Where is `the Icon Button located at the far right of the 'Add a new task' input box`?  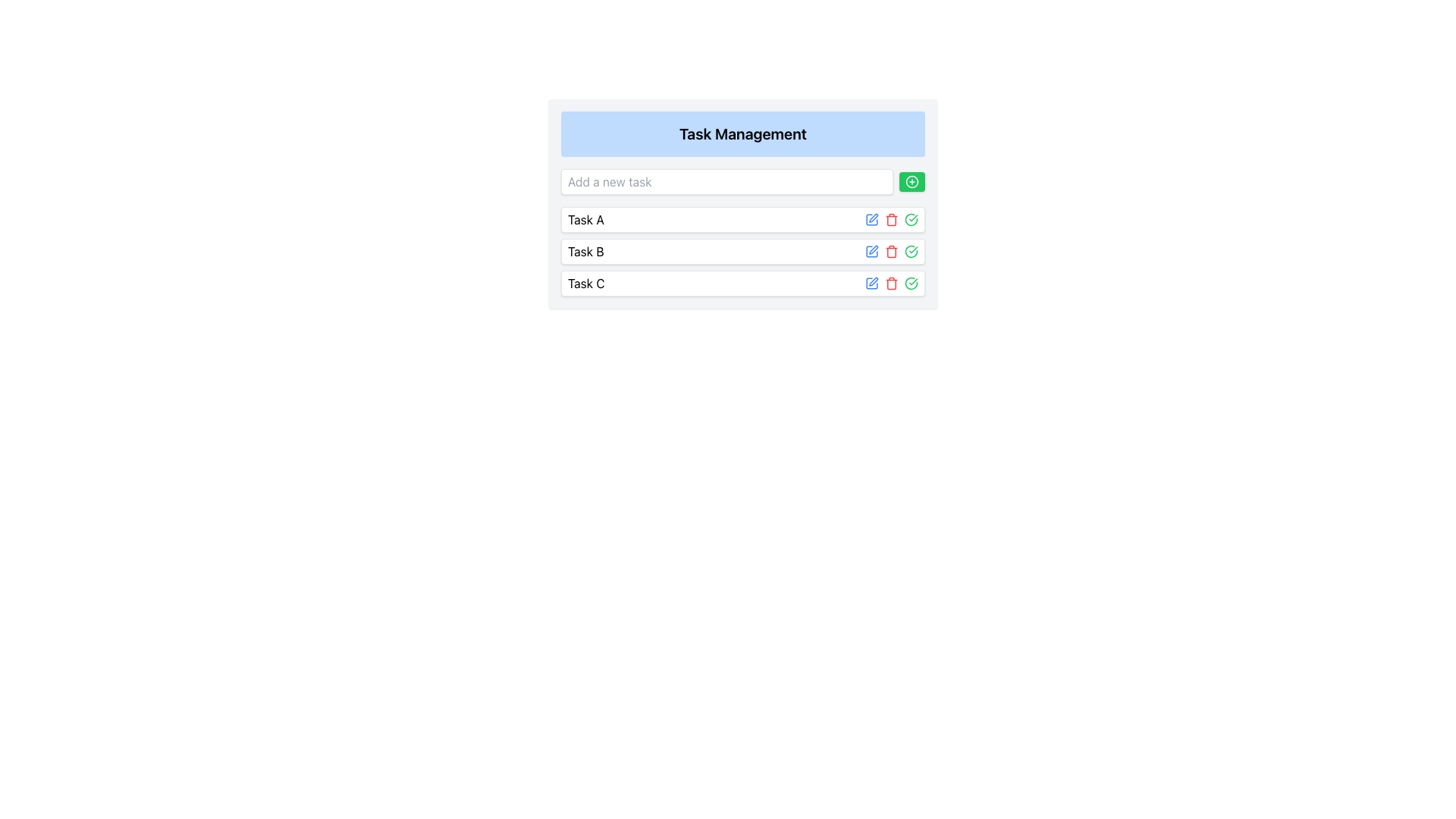
the Icon Button located at the far right of the 'Add a new task' input box is located at coordinates (912, 180).